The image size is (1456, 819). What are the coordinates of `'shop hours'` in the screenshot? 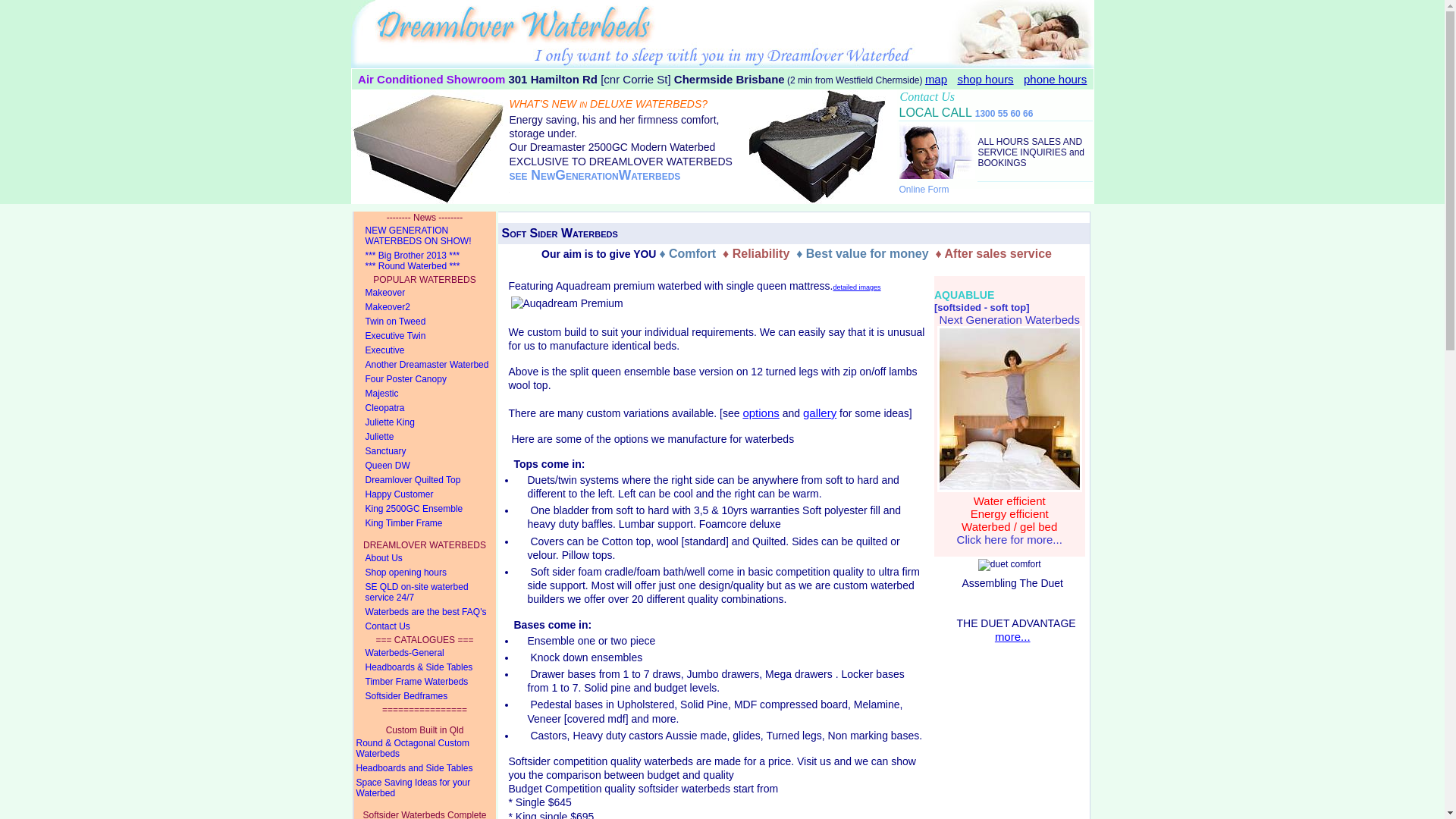 It's located at (985, 80).